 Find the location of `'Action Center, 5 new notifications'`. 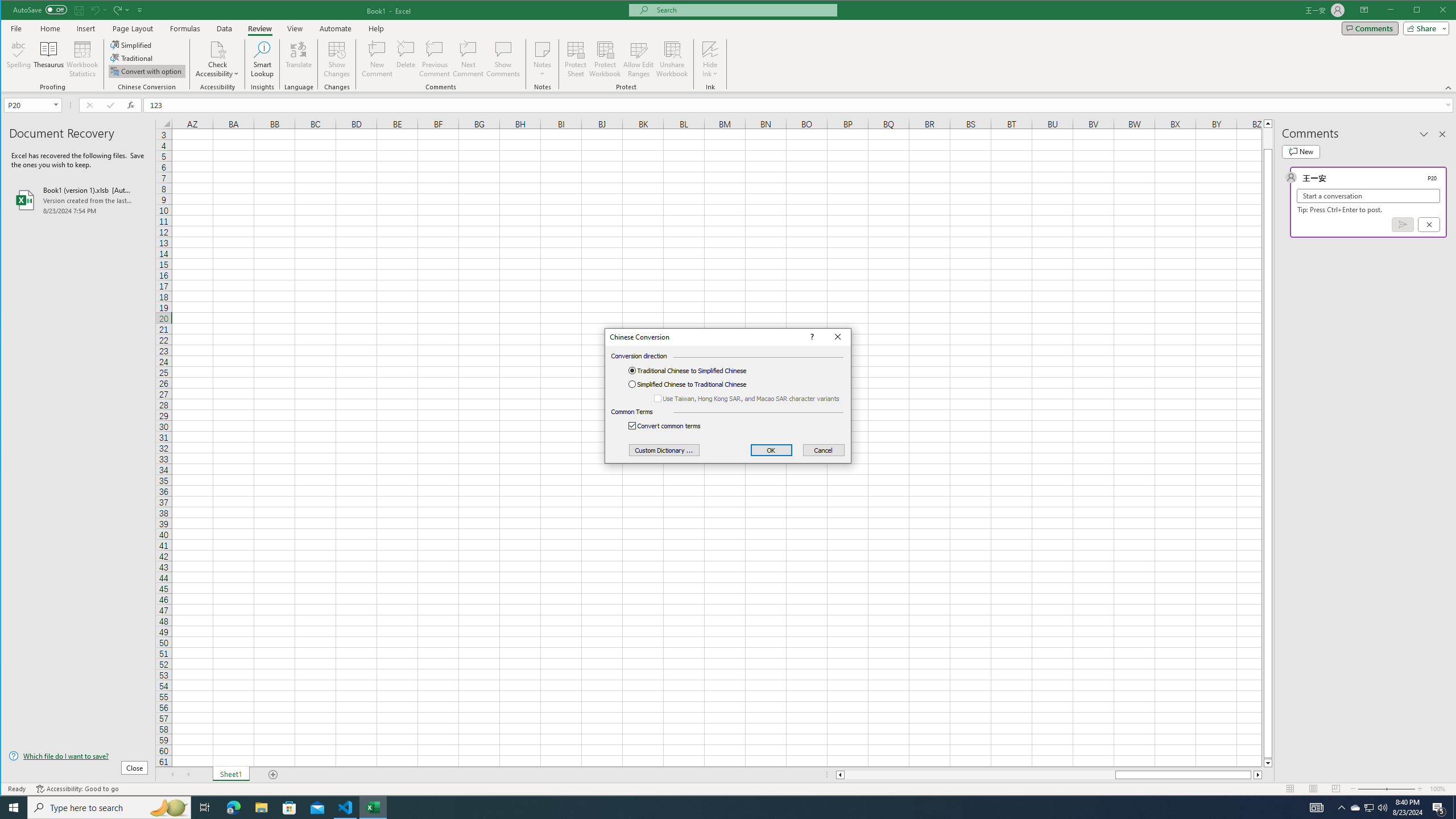

'Action Center, 5 new notifications' is located at coordinates (1439, 806).